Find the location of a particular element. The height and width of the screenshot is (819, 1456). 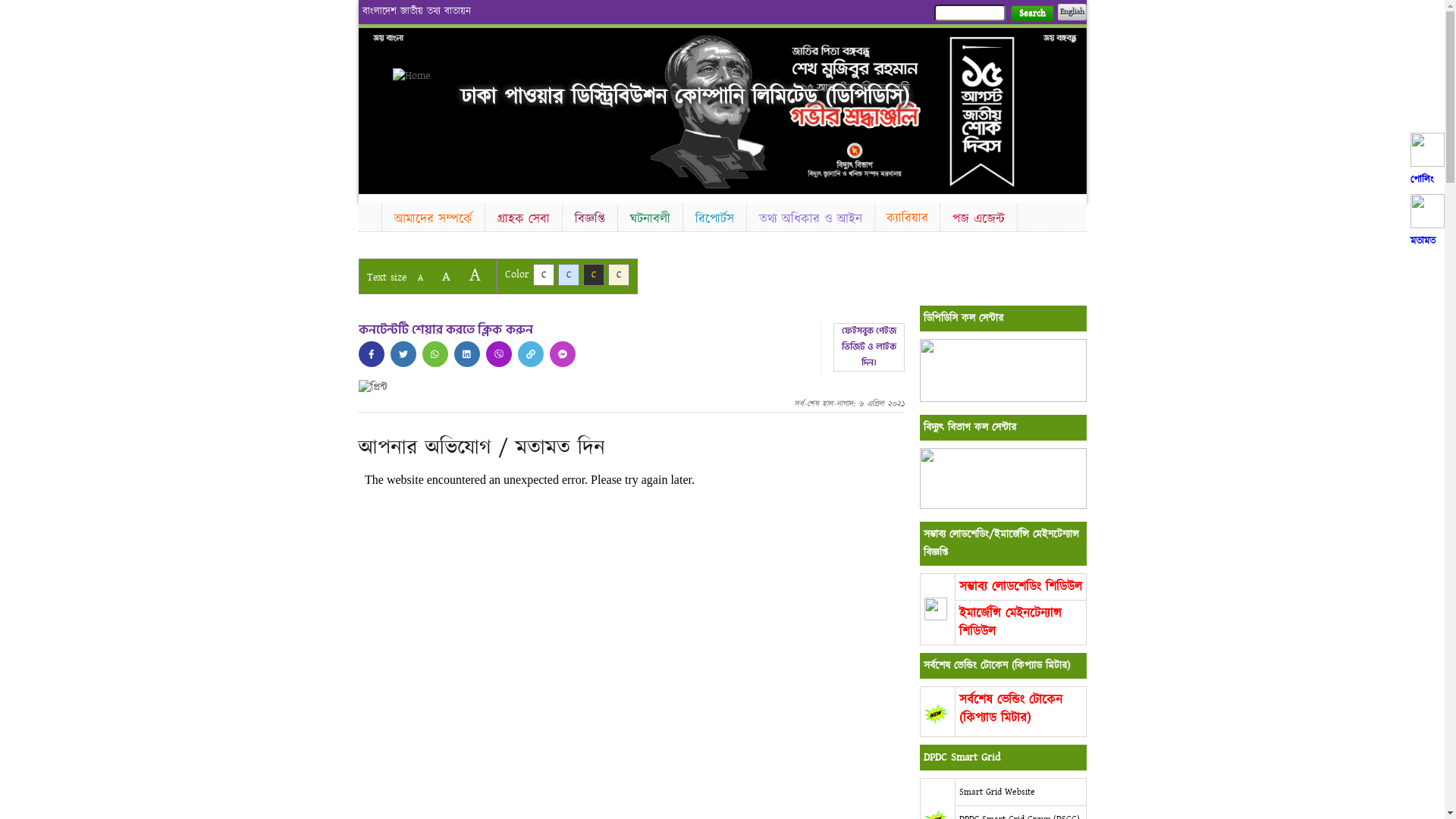

'Smart Grid Website' is located at coordinates (996, 791).